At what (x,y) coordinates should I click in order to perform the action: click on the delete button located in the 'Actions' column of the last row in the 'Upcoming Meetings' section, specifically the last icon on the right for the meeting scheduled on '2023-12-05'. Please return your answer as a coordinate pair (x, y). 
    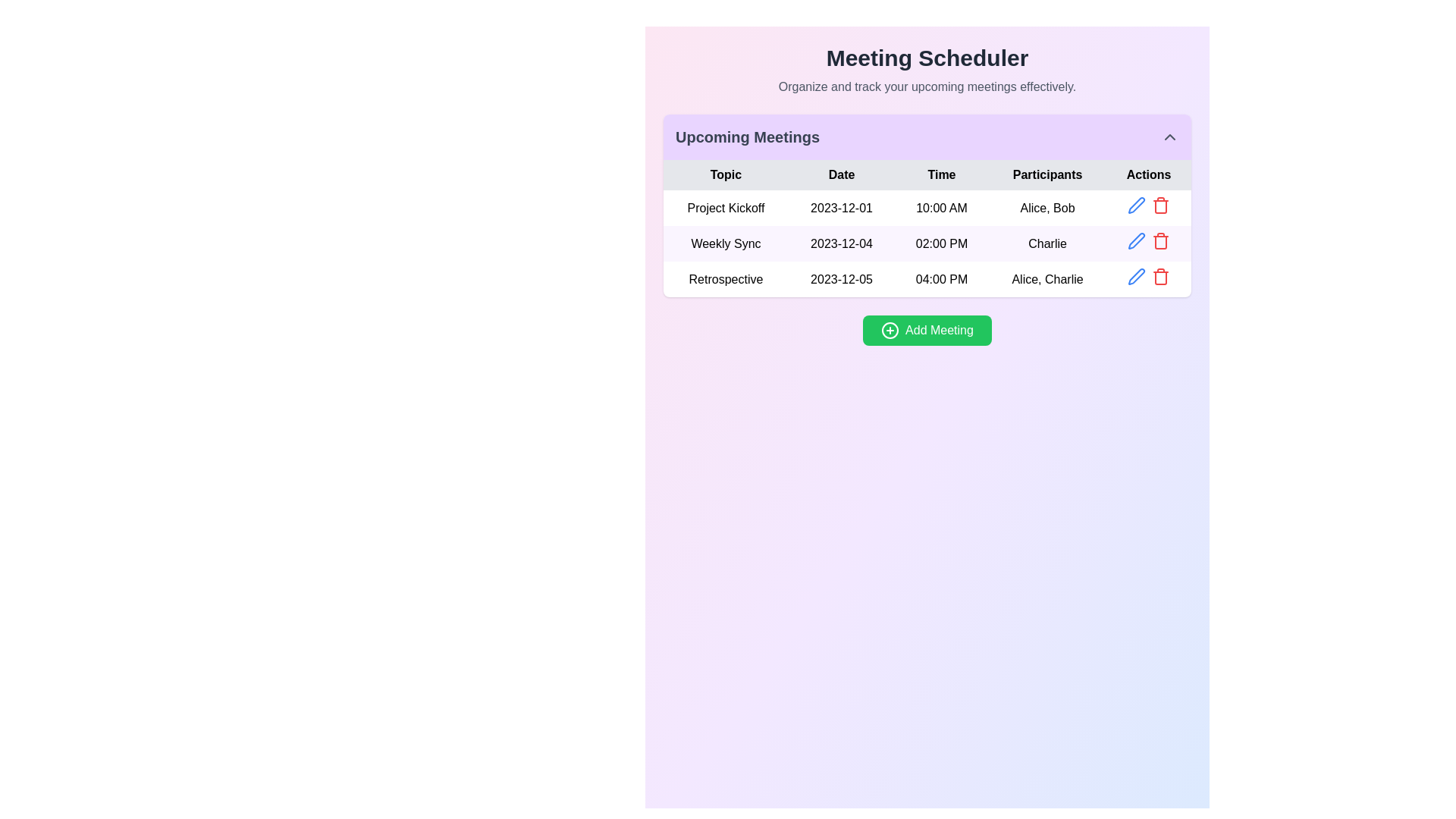
    Looking at the image, I should click on (1160, 205).